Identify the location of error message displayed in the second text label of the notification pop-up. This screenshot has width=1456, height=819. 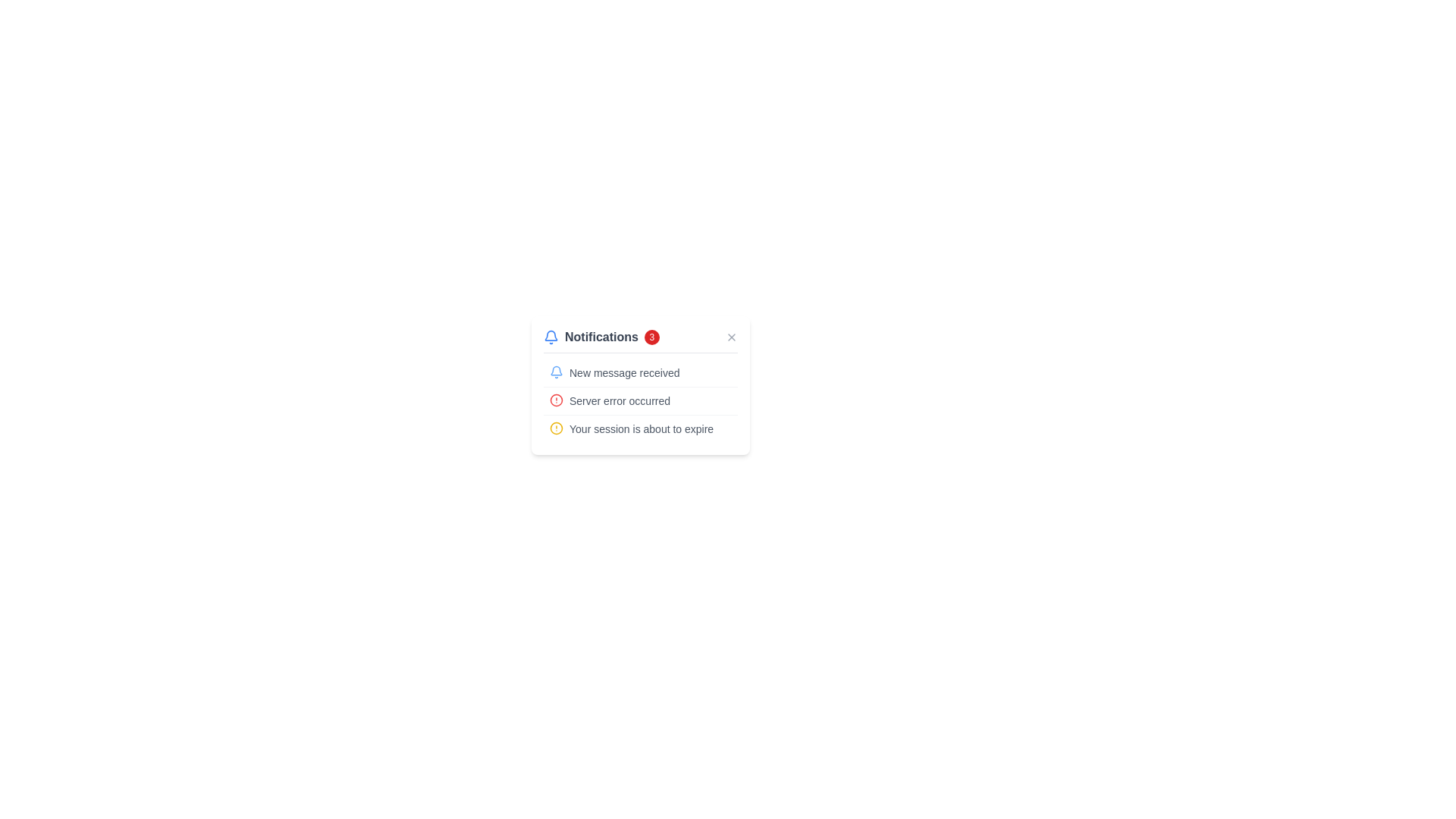
(620, 400).